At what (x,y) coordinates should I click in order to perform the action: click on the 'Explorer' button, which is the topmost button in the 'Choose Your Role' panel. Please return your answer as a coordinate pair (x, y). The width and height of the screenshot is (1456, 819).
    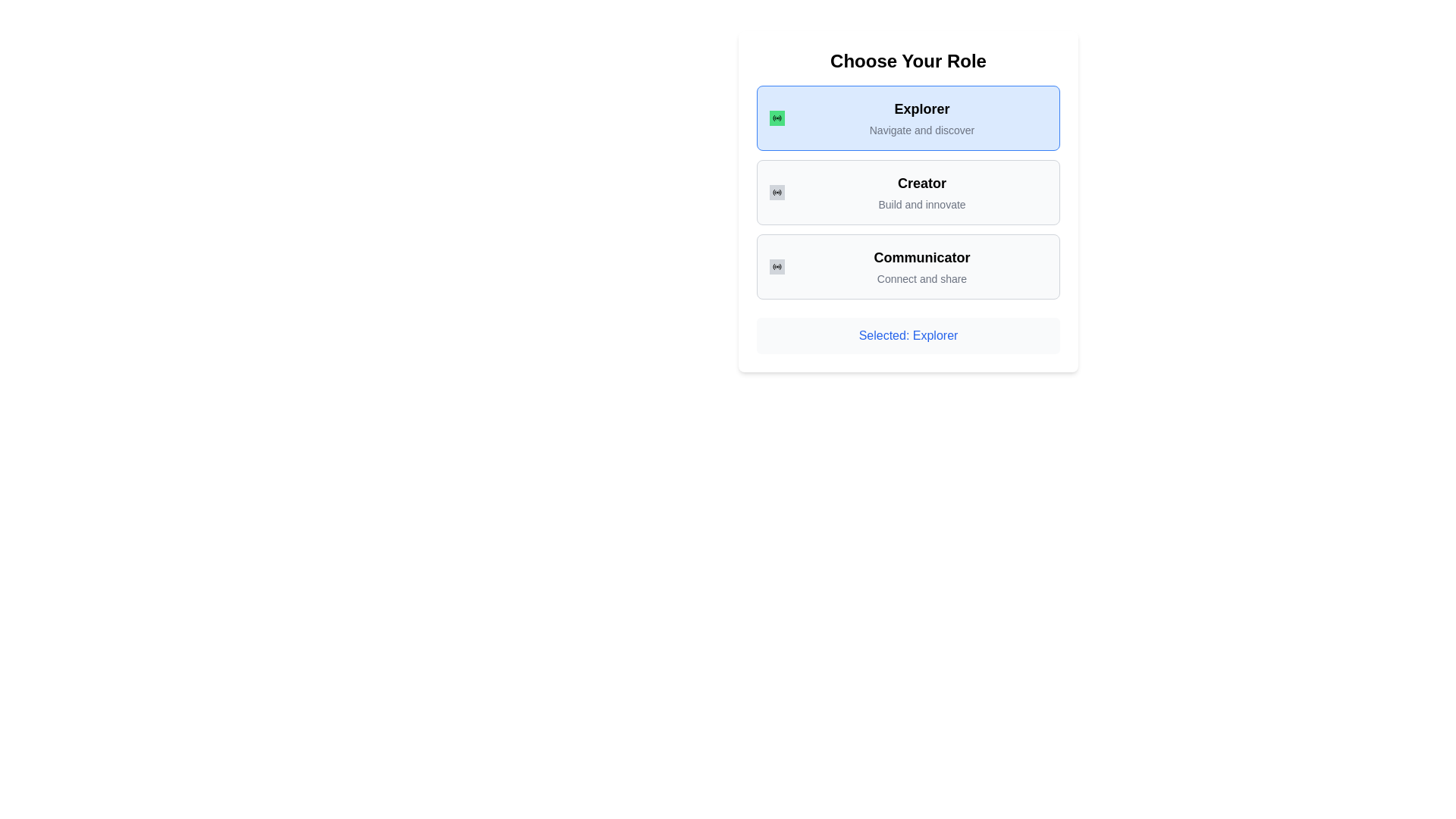
    Looking at the image, I should click on (908, 117).